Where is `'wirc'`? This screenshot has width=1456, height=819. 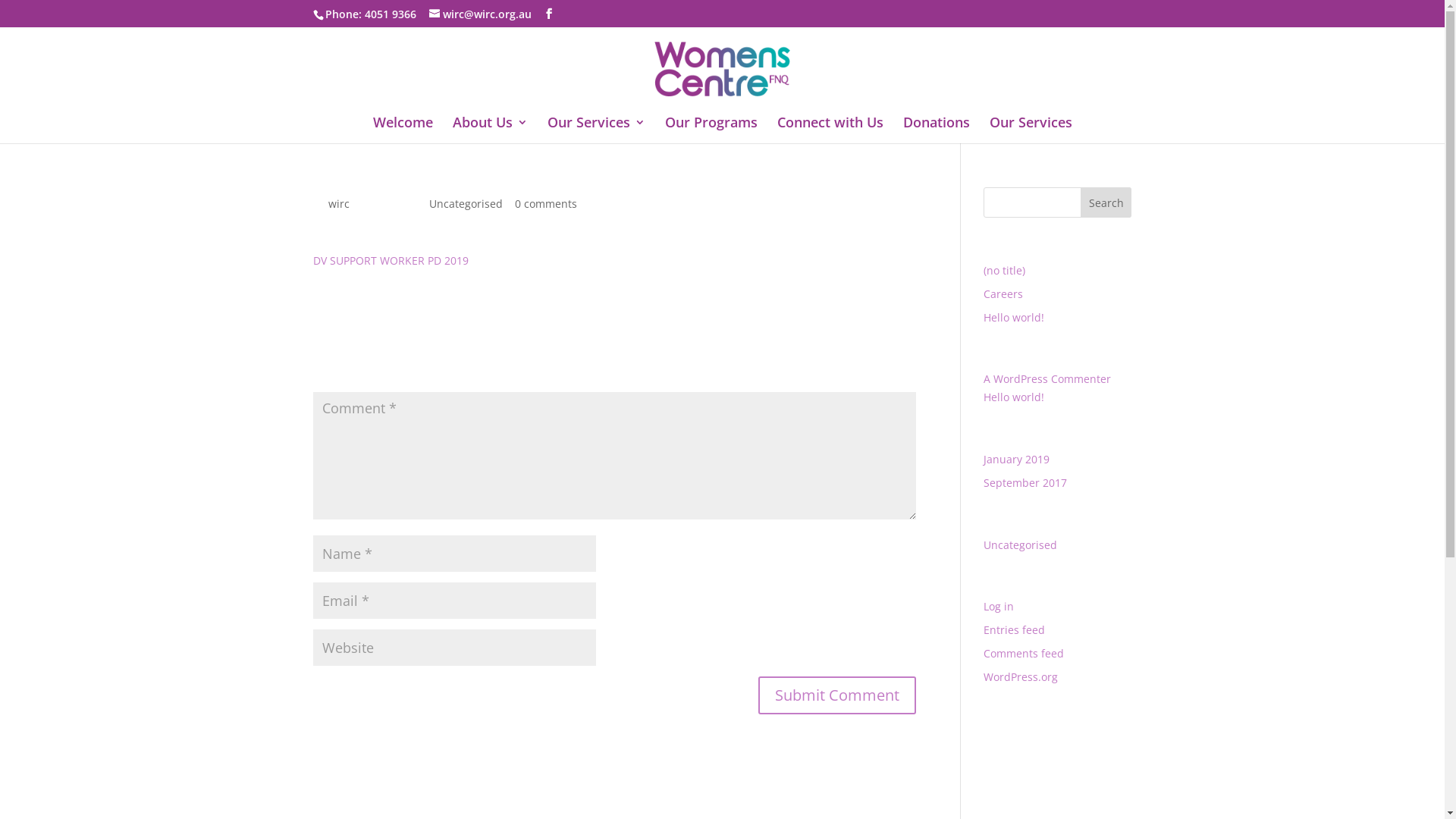 'wirc' is located at coordinates (337, 202).